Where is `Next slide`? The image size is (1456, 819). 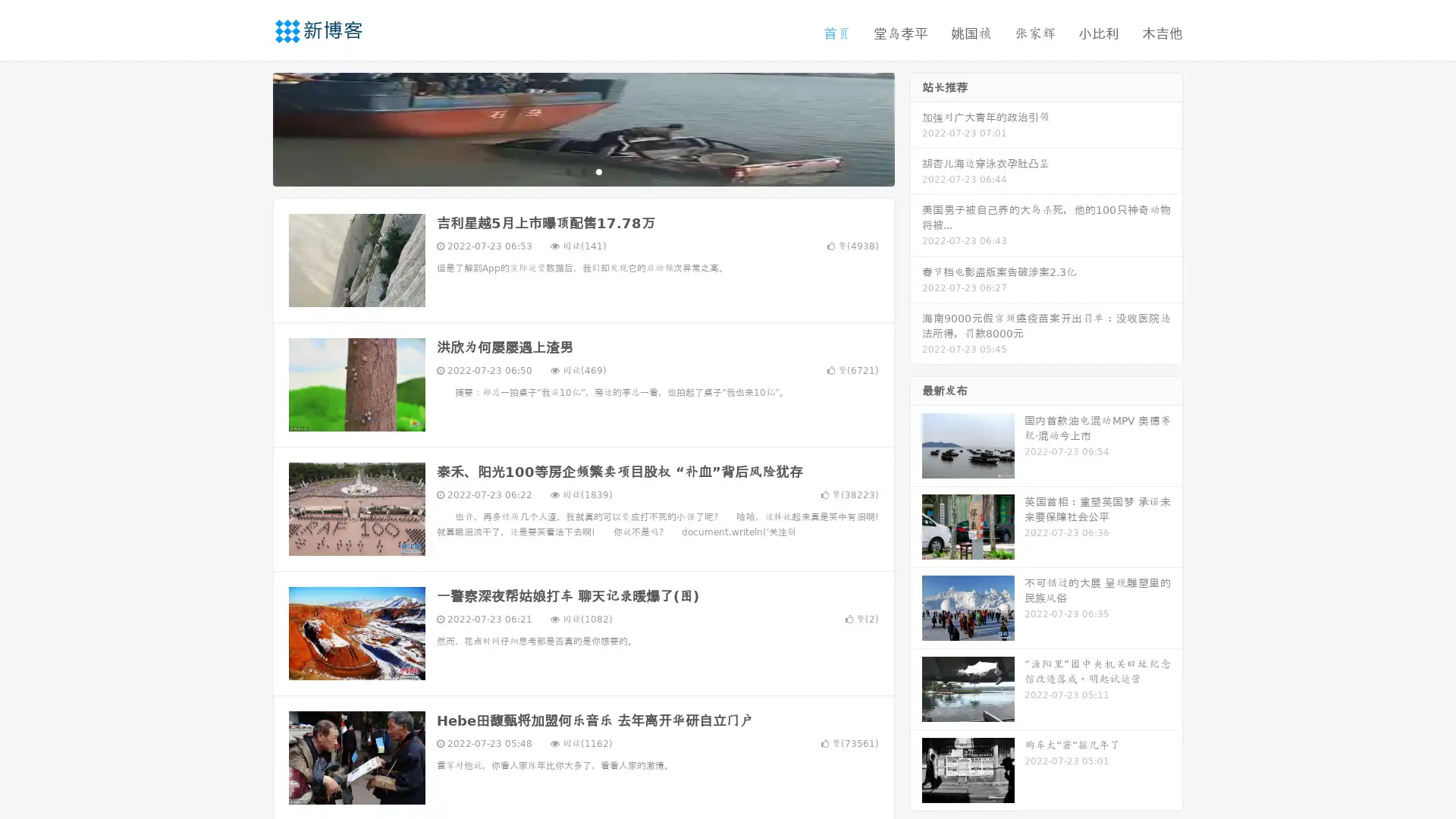 Next slide is located at coordinates (916, 127).